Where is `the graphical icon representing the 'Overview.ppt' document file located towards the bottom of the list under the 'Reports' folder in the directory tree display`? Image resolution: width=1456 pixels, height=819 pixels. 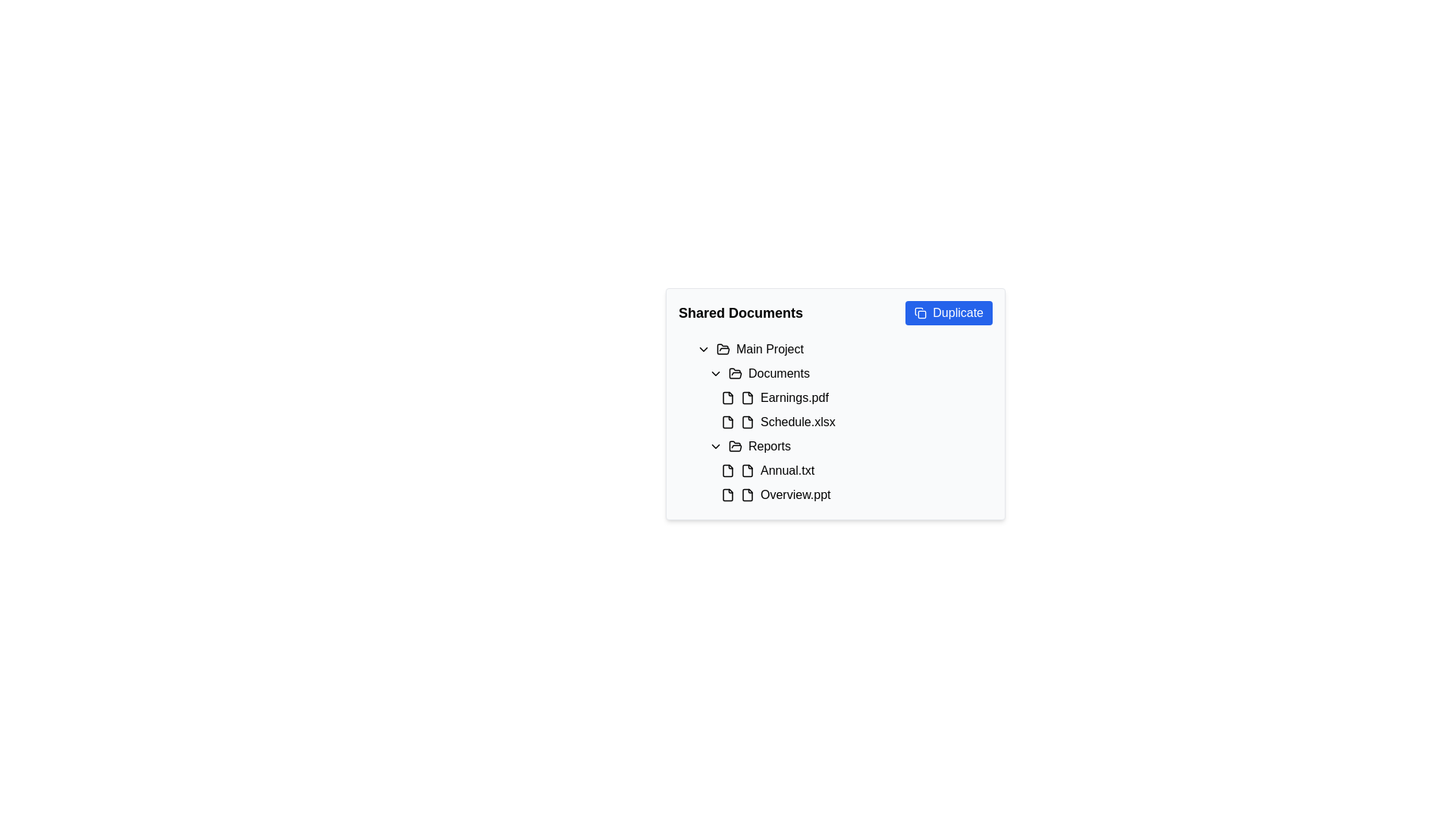 the graphical icon representing the 'Overview.ppt' document file located towards the bottom of the list under the 'Reports' folder in the directory tree display is located at coordinates (728, 494).